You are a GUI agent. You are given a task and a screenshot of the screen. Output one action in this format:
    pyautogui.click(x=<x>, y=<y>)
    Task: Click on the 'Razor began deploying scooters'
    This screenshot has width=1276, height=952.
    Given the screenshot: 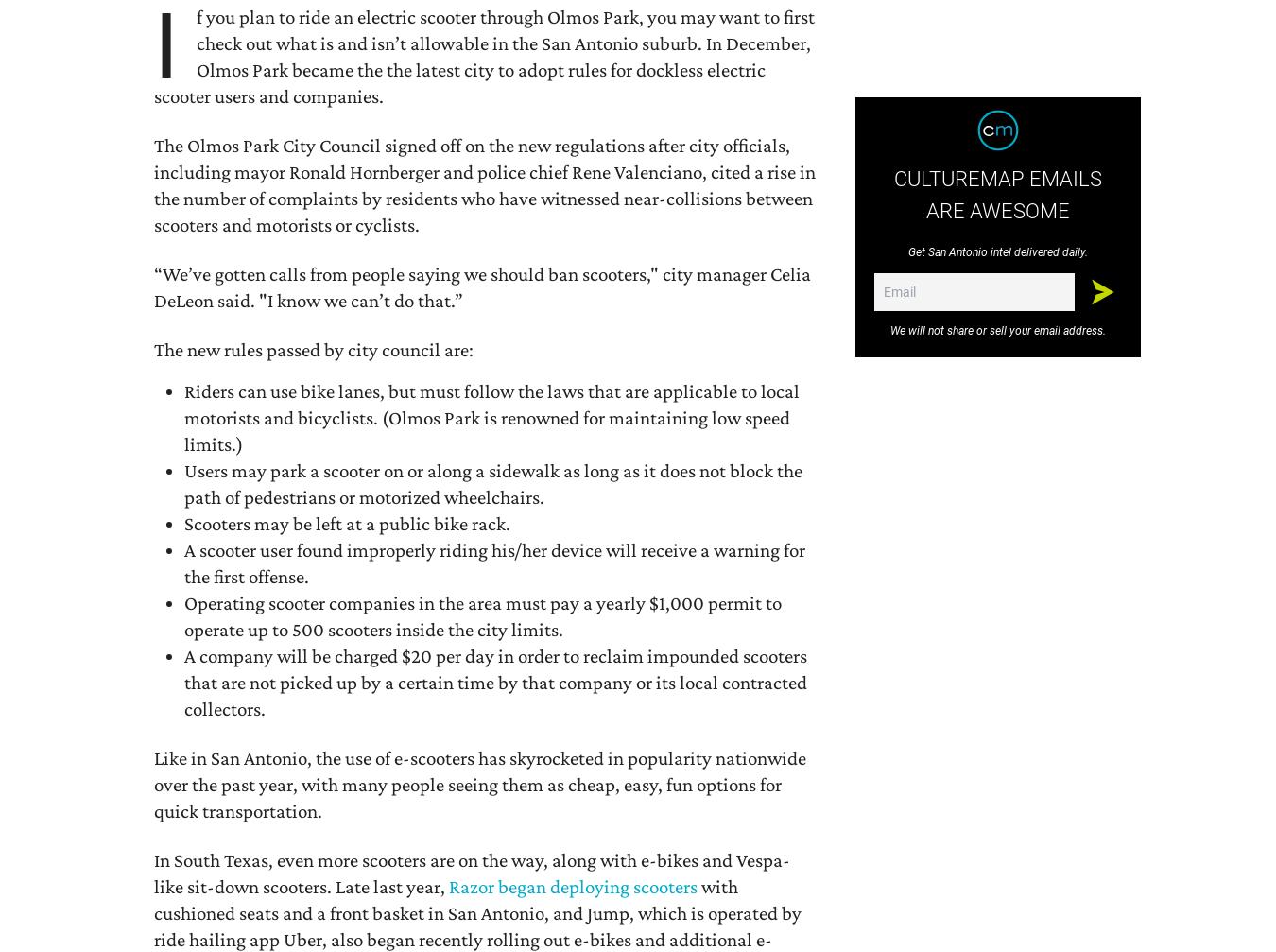 What is the action you would take?
    pyautogui.click(x=448, y=885)
    